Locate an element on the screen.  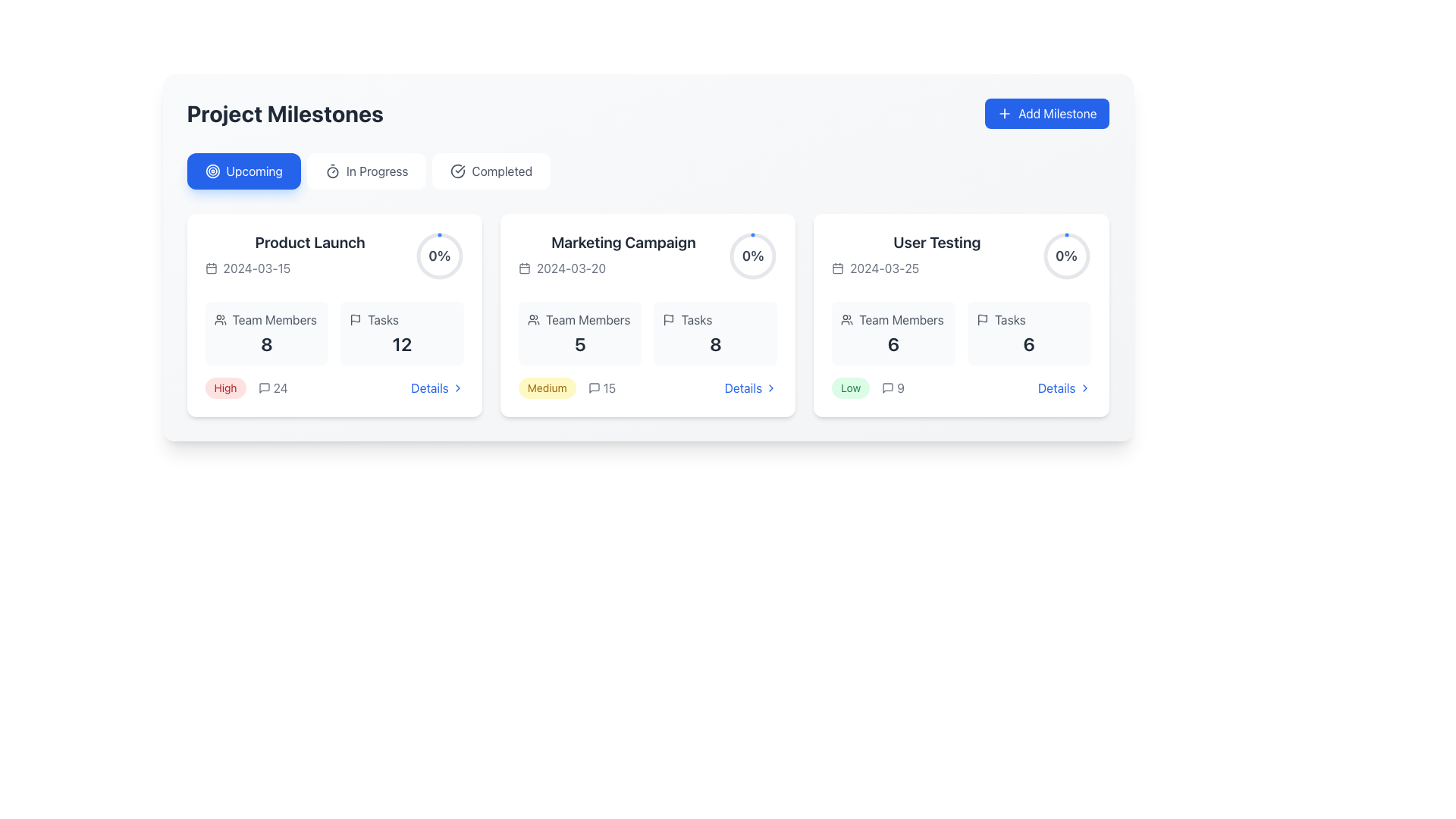
the informational text group with an icon that displays the number of team members assigned to the 'User Testing' milestone is located at coordinates (893, 332).